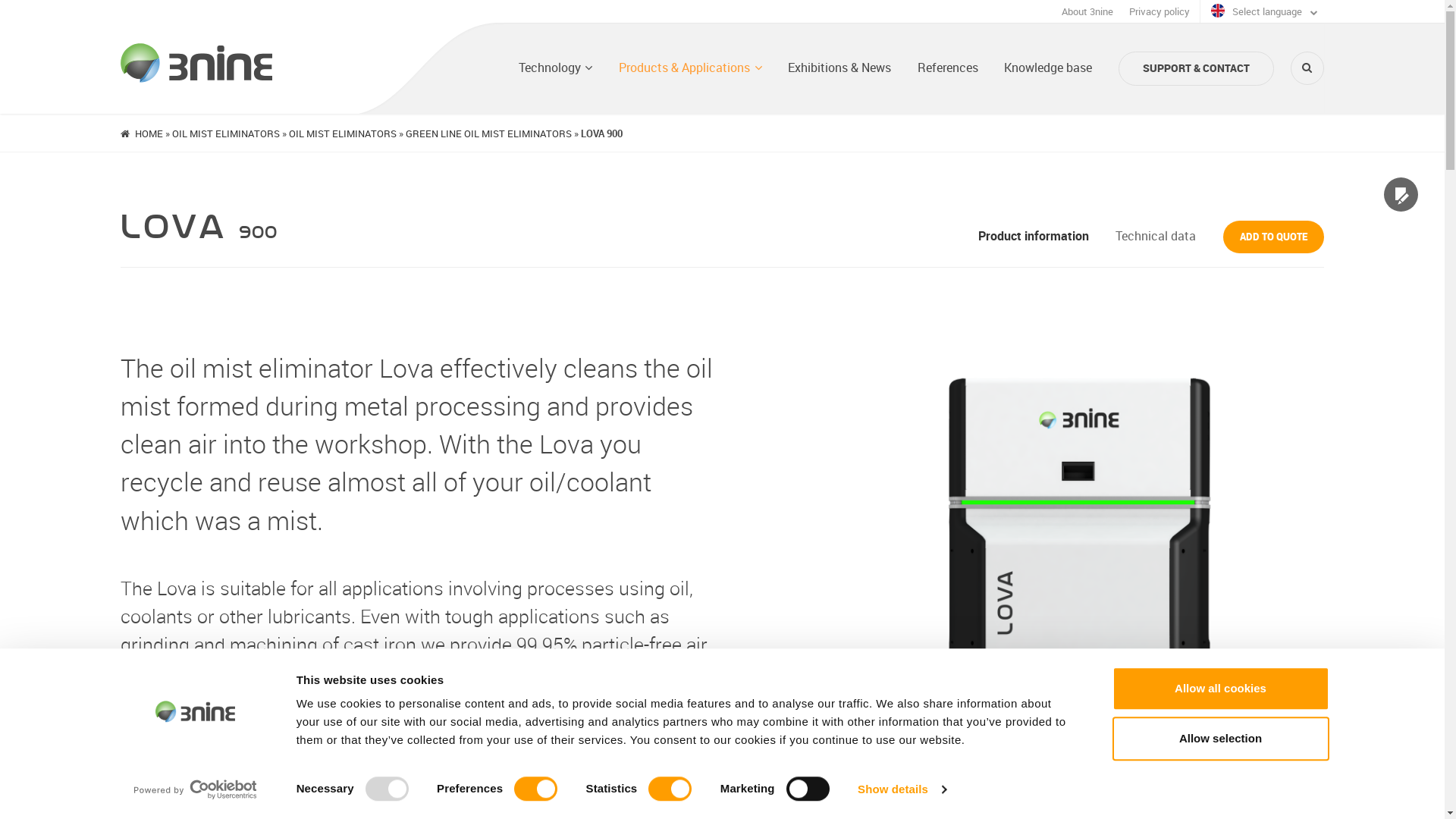  I want to click on 'Allow all cookies', so click(1219, 688).